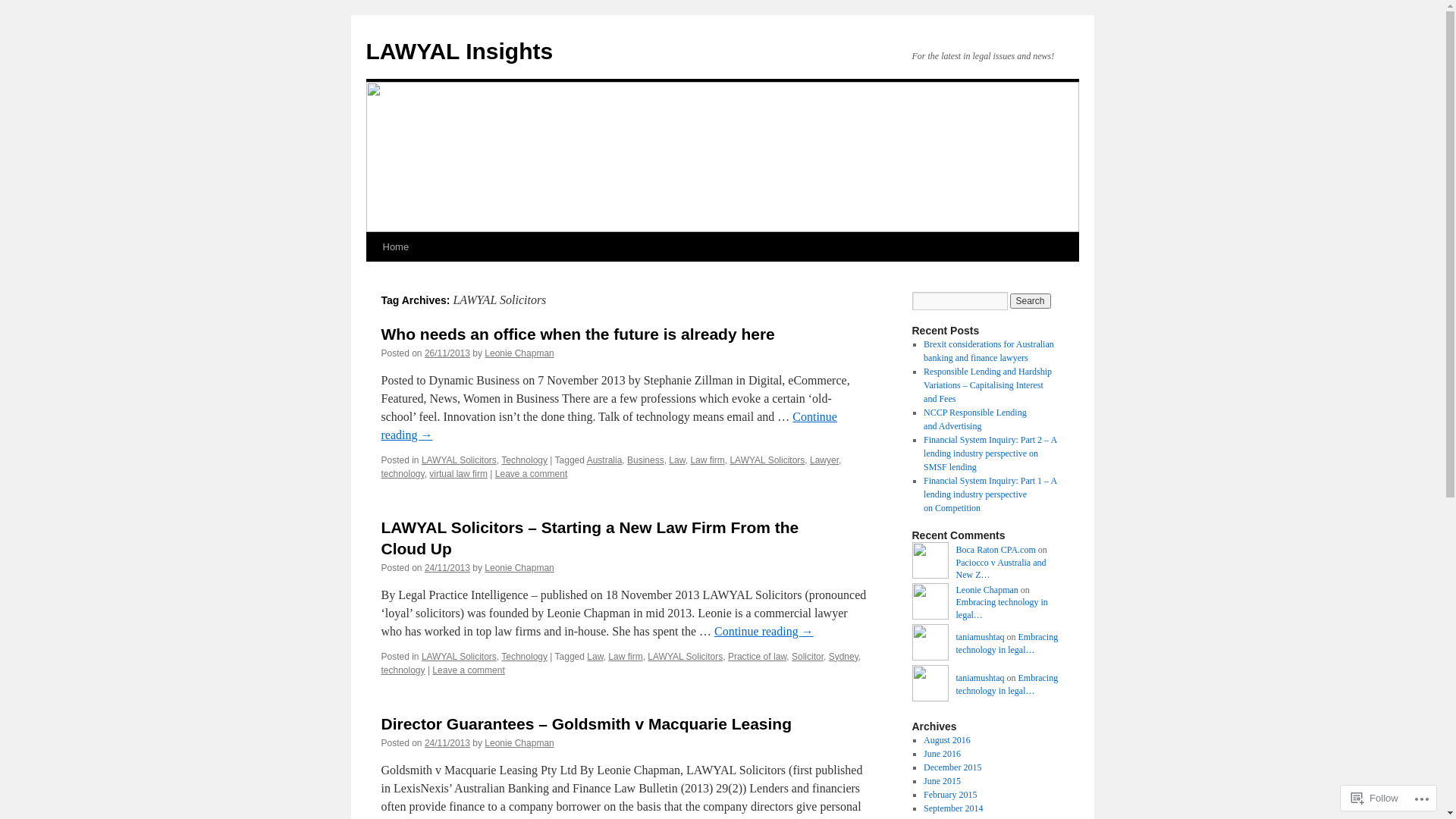 The width and height of the screenshot is (1456, 819). What do you see at coordinates (946, 739) in the screenshot?
I see `'August 2016'` at bounding box center [946, 739].